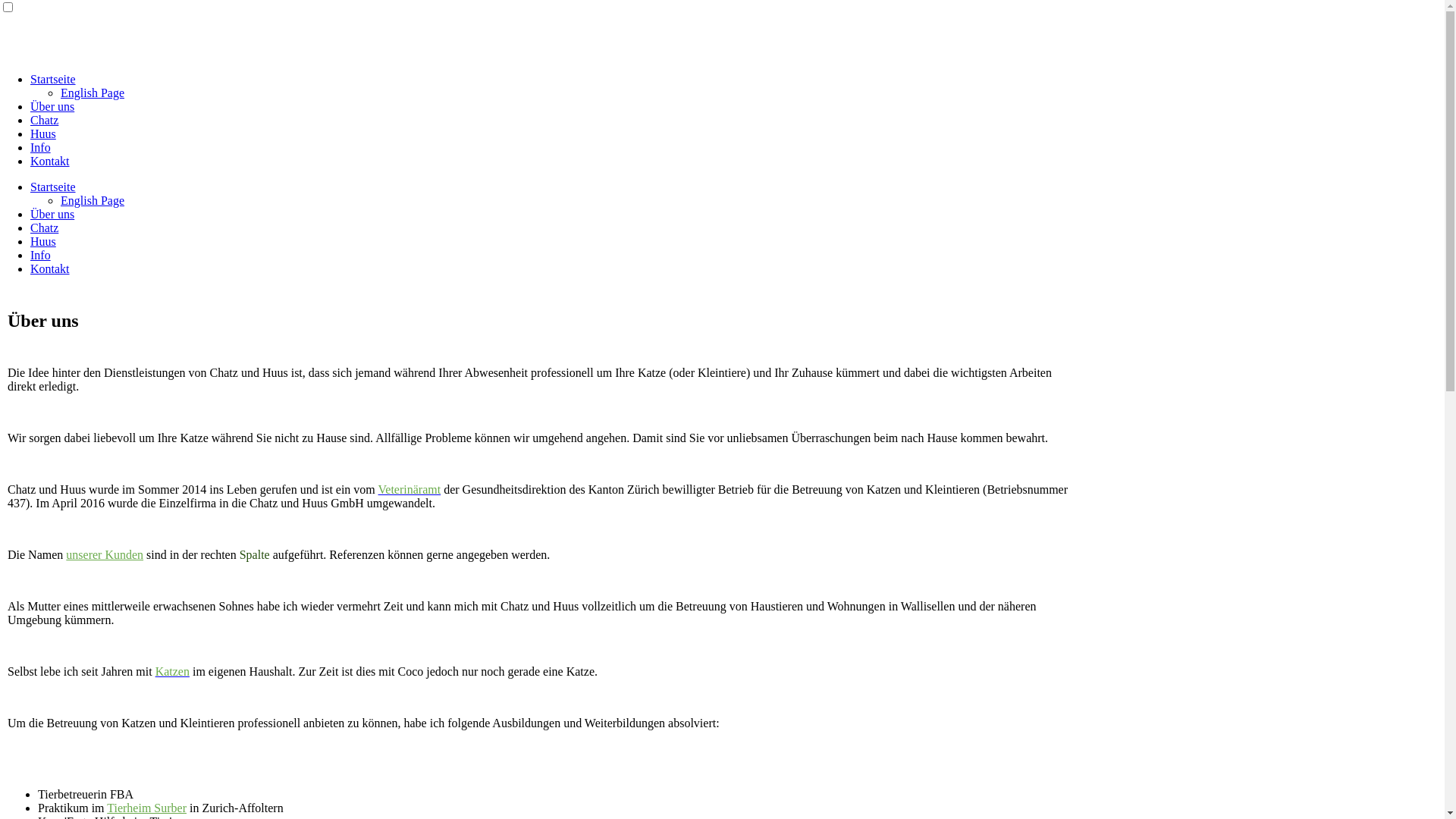 The height and width of the screenshot is (819, 1456). I want to click on 'Chatz', so click(44, 119).